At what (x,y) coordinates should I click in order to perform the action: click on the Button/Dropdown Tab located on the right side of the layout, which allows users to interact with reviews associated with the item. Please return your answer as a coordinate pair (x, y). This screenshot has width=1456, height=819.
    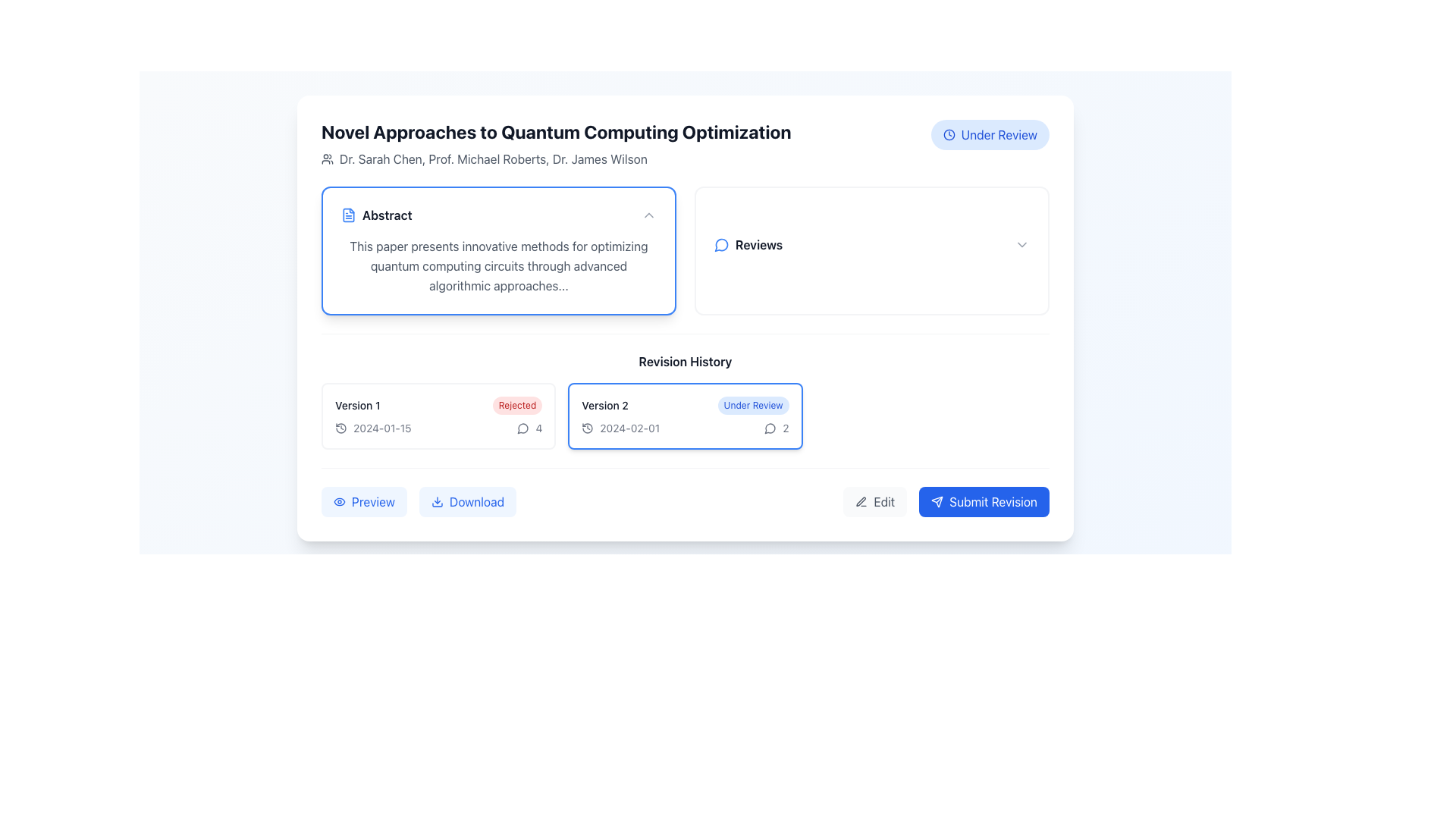
    Looking at the image, I should click on (872, 250).